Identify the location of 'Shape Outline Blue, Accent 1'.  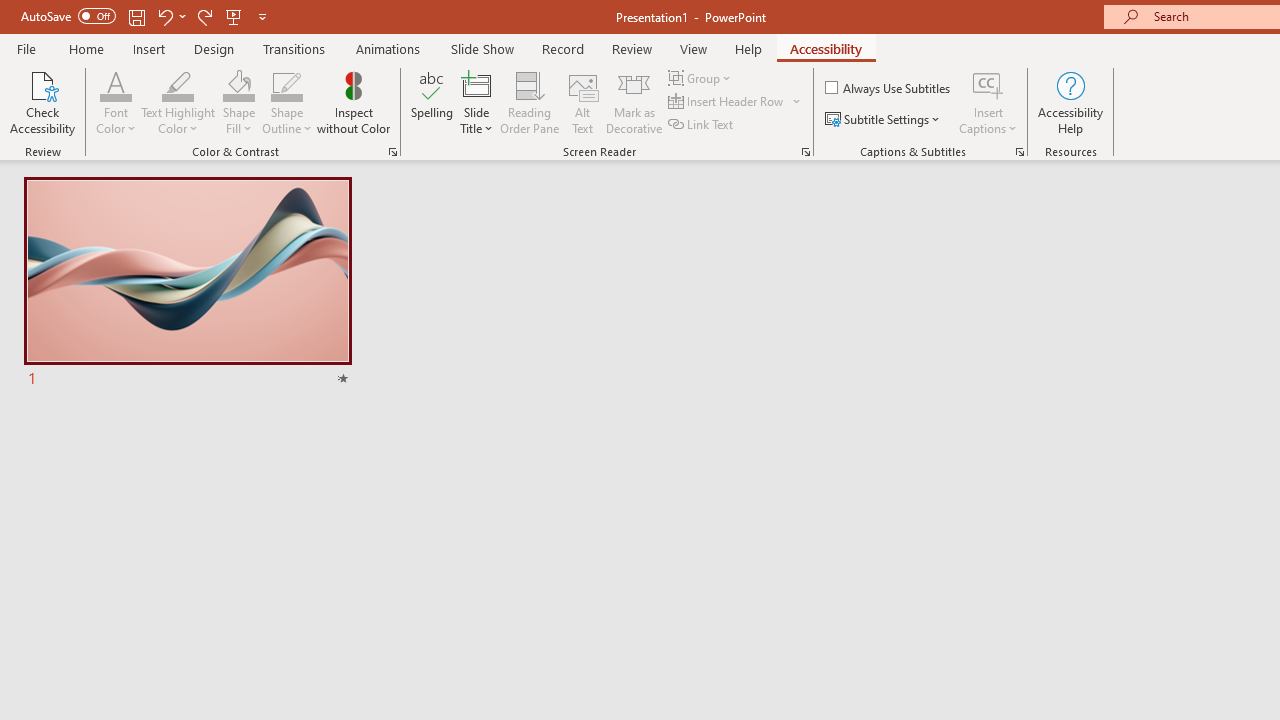
(286, 84).